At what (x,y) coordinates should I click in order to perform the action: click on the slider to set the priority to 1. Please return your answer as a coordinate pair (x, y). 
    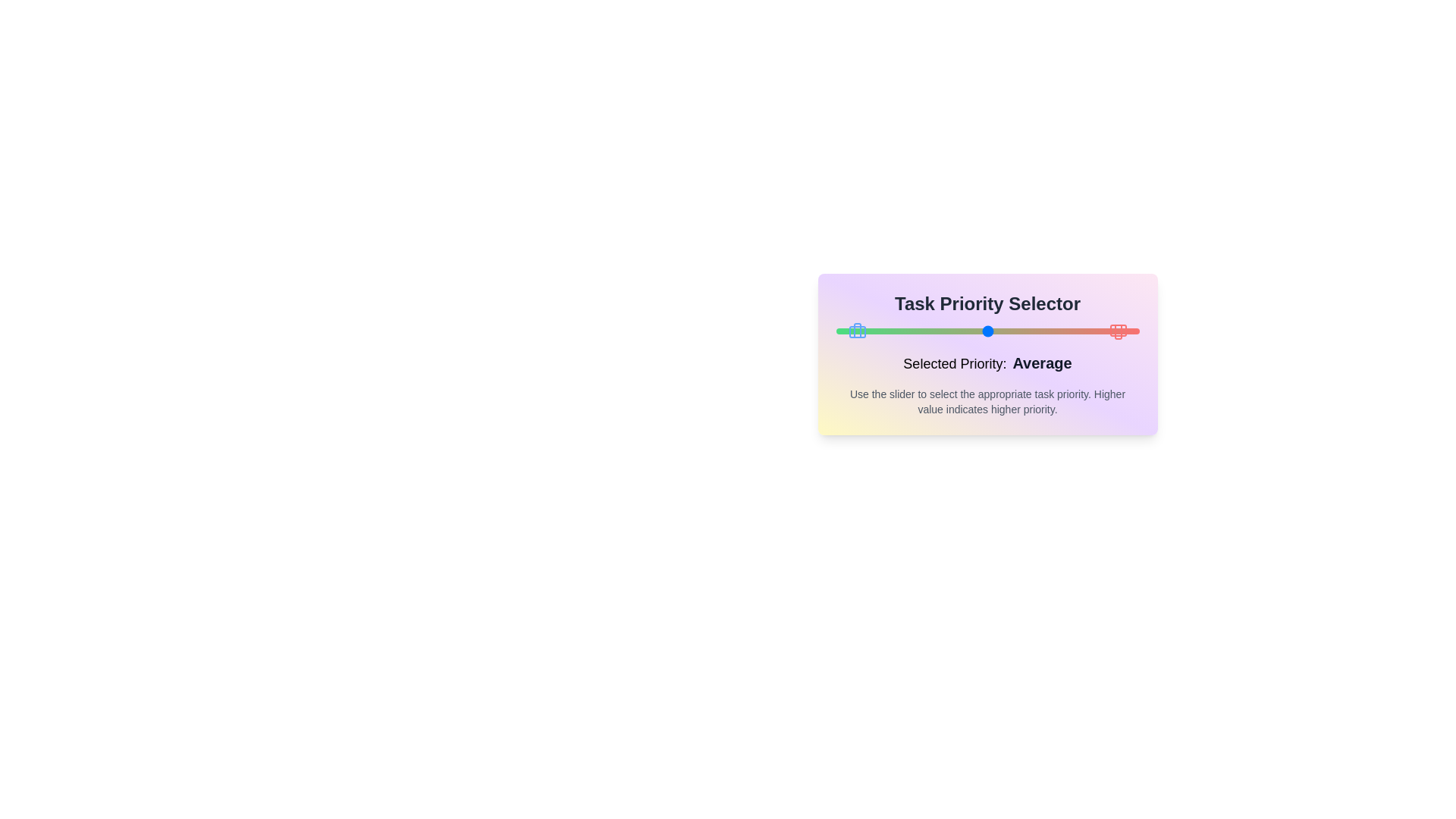
    Looking at the image, I should click on (835, 330).